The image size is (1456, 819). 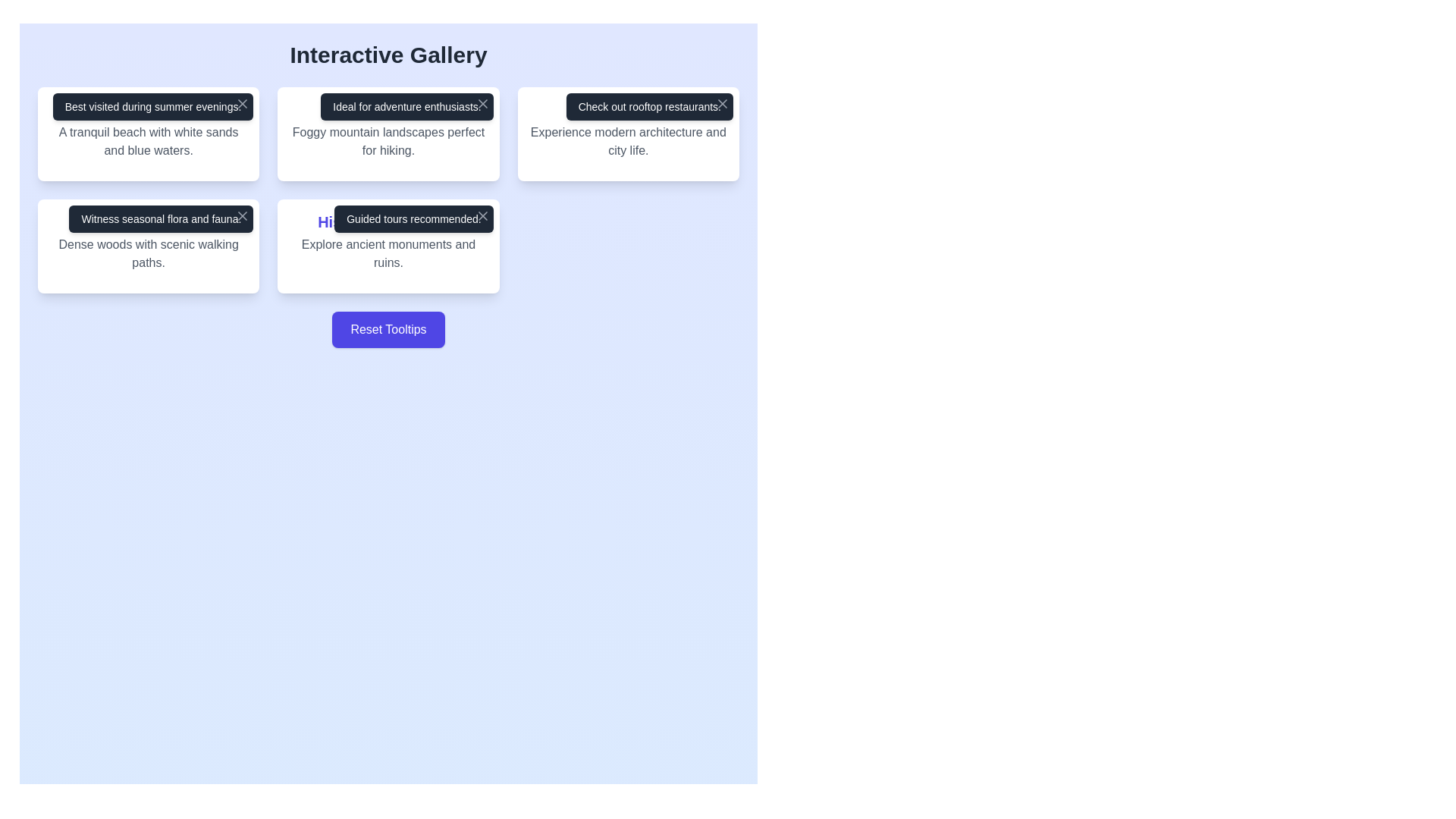 I want to click on the close button located in the top-right corner of the card titled 'Check out rooftop restaurants', so click(x=722, y=103).